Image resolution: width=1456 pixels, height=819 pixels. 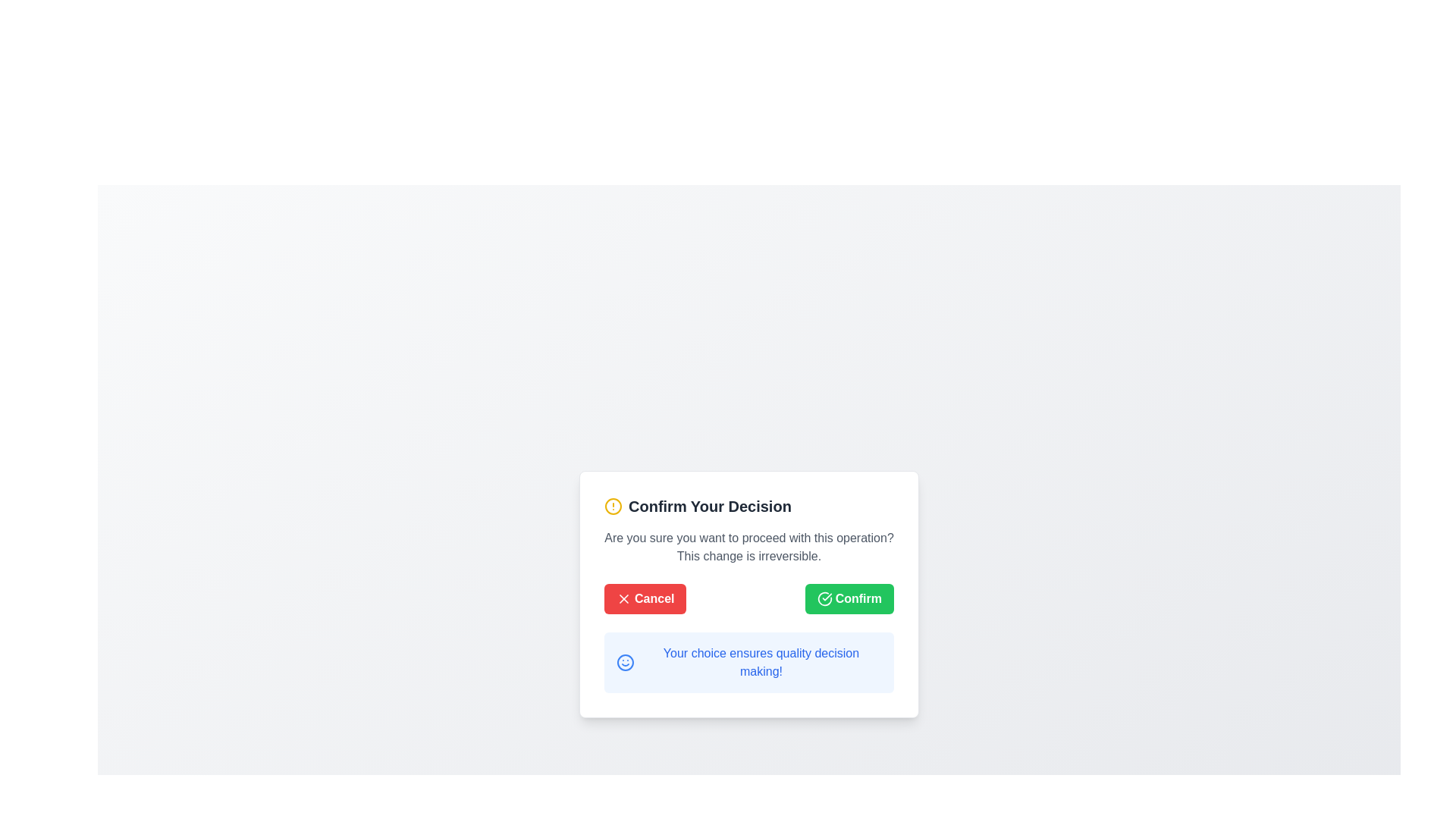 I want to click on the static text label that reads 'Your choice ensures quality decision making!' displayed in blue font, positioned at the bottom of the modal dialogue box, so click(x=761, y=662).